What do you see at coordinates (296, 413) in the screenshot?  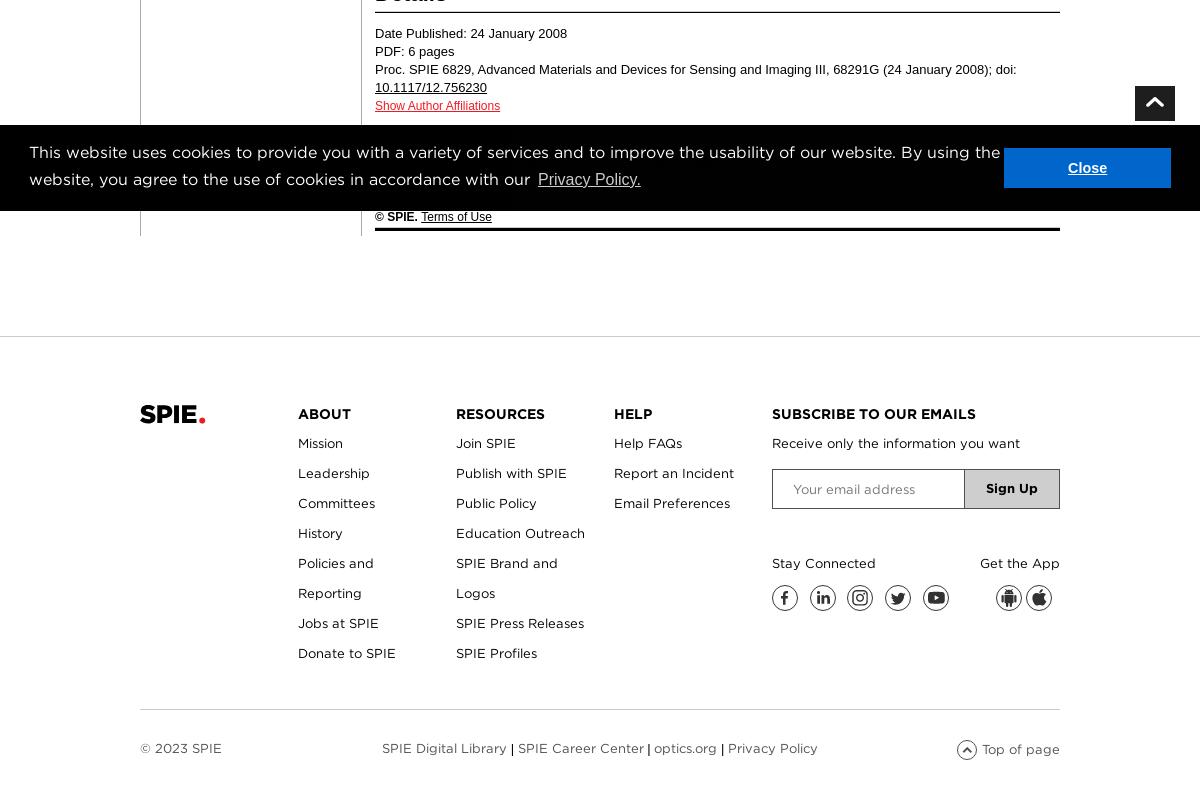 I see `'ABOUT'` at bounding box center [296, 413].